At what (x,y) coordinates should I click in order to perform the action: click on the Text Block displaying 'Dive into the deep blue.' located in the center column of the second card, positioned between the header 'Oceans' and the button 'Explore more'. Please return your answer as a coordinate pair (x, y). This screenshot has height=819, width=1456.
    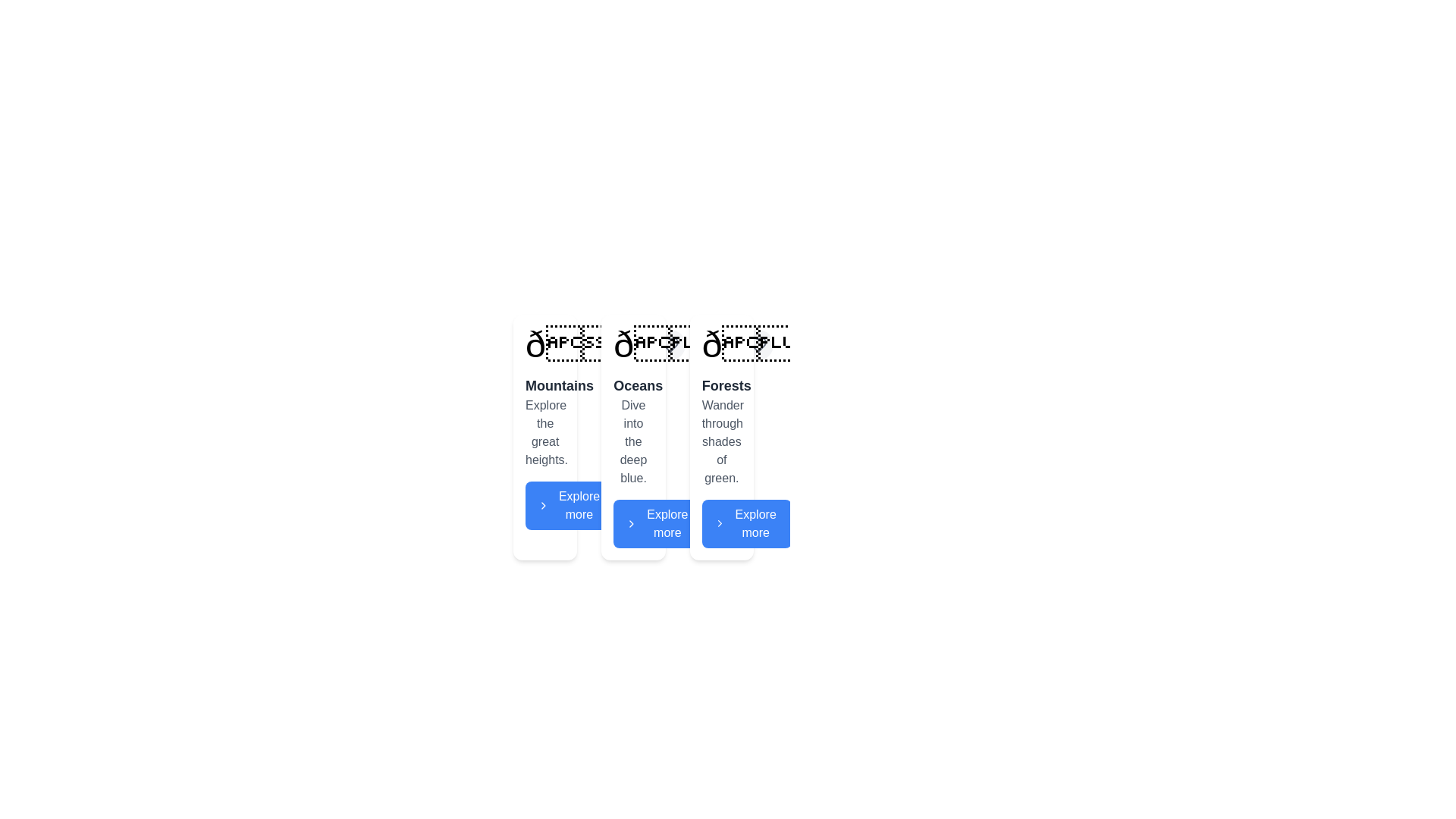
    Looking at the image, I should click on (633, 441).